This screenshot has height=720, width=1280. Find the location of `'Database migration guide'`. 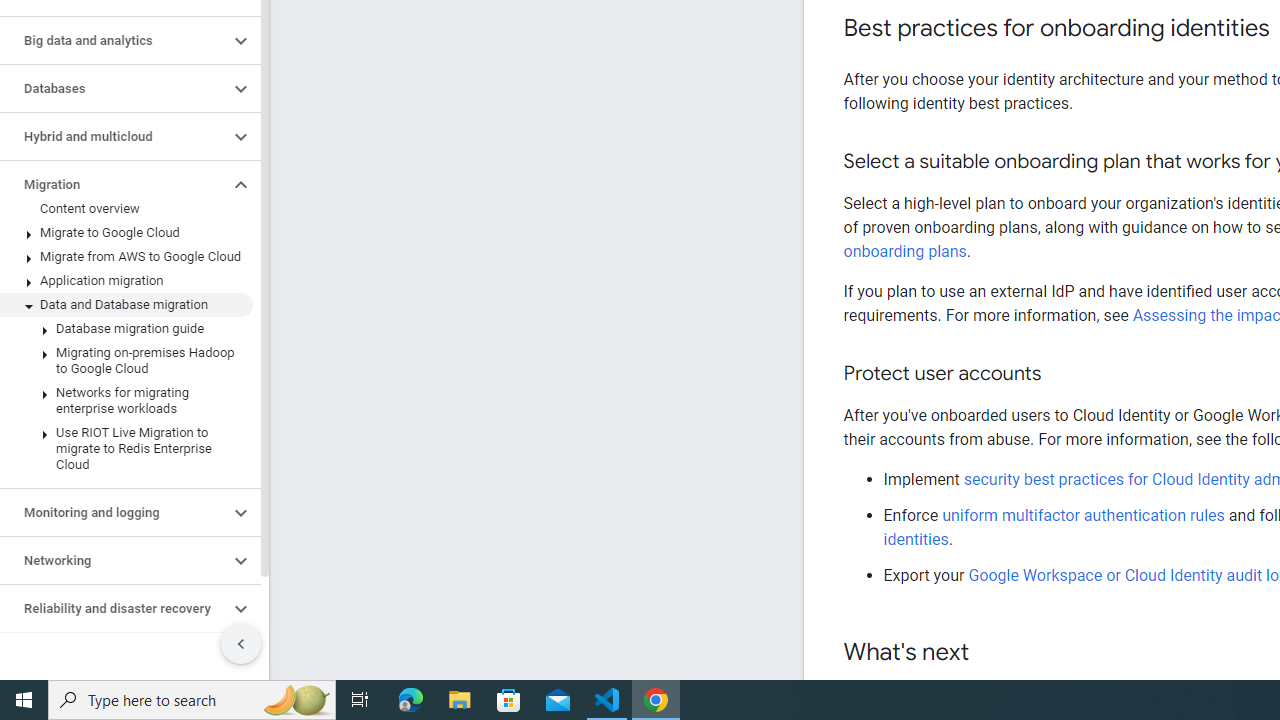

'Database migration guide' is located at coordinates (125, 328).